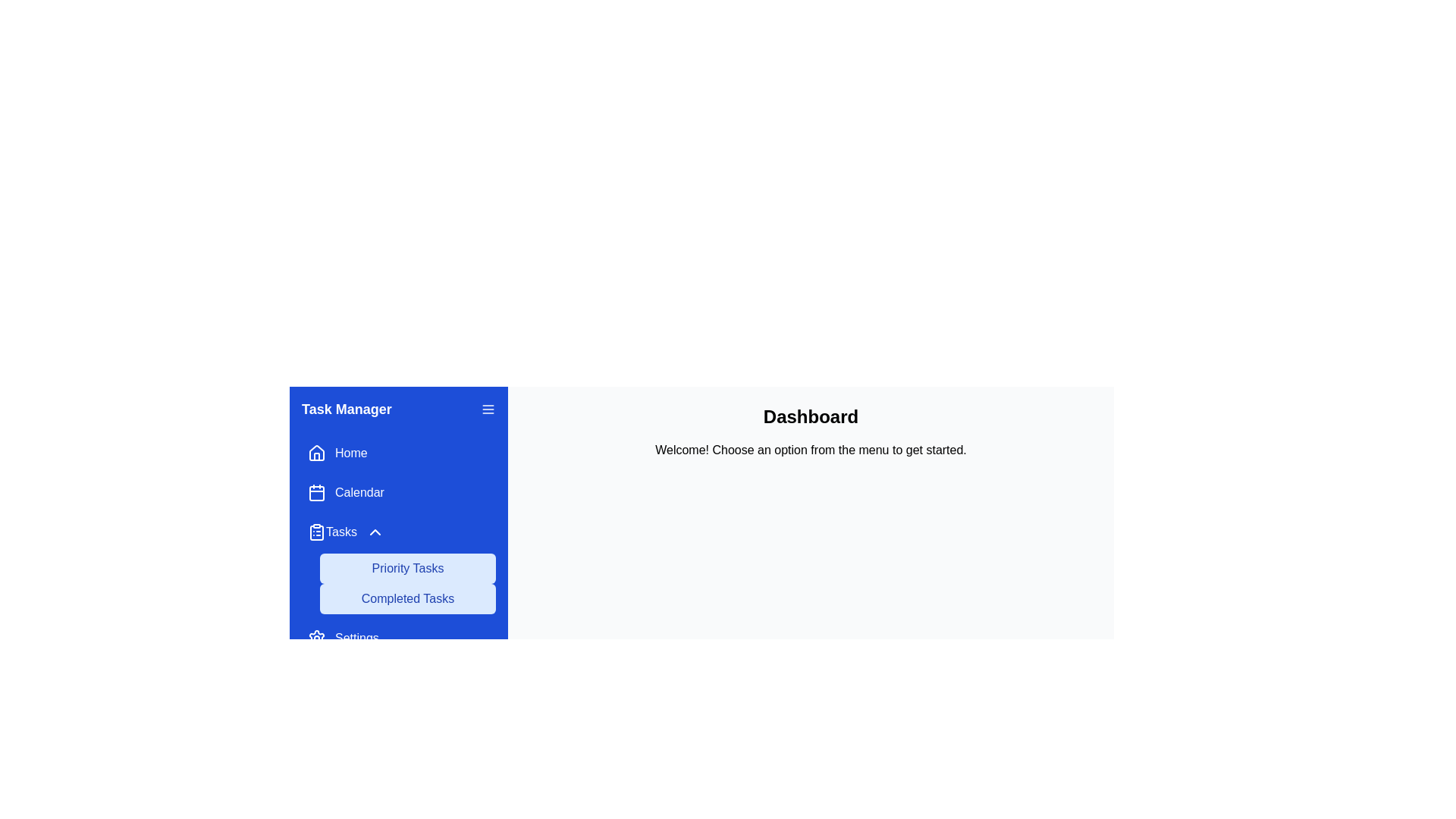 The height and width of the screenshot is (819, 1456). What do you see at coordinates (399, 565) in the screenshot?
I see `the 'Priority Tasks' option in the sidebar list under the 'Tasks' section` at bounding box center [399, 565].